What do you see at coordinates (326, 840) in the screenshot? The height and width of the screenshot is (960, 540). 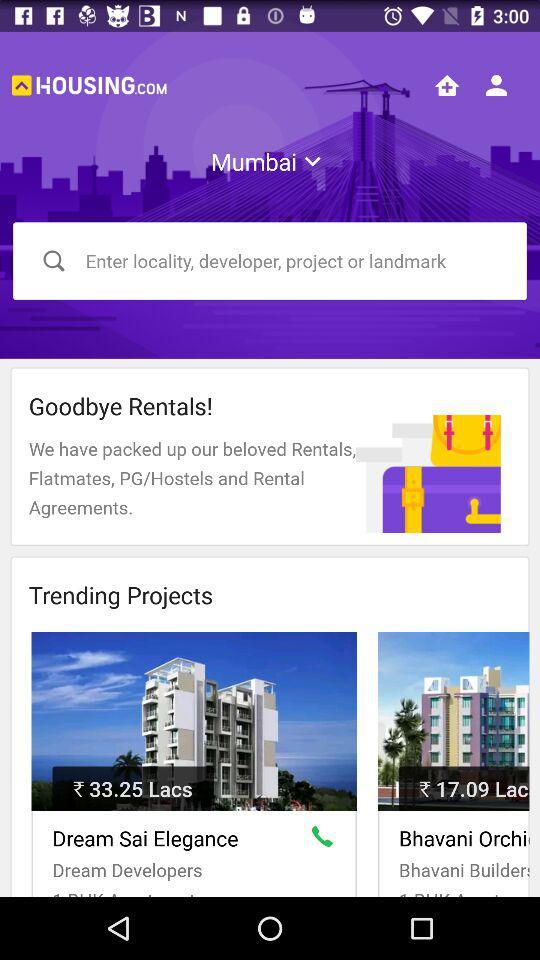 I see `call this company` at bounding box center [326, 840].